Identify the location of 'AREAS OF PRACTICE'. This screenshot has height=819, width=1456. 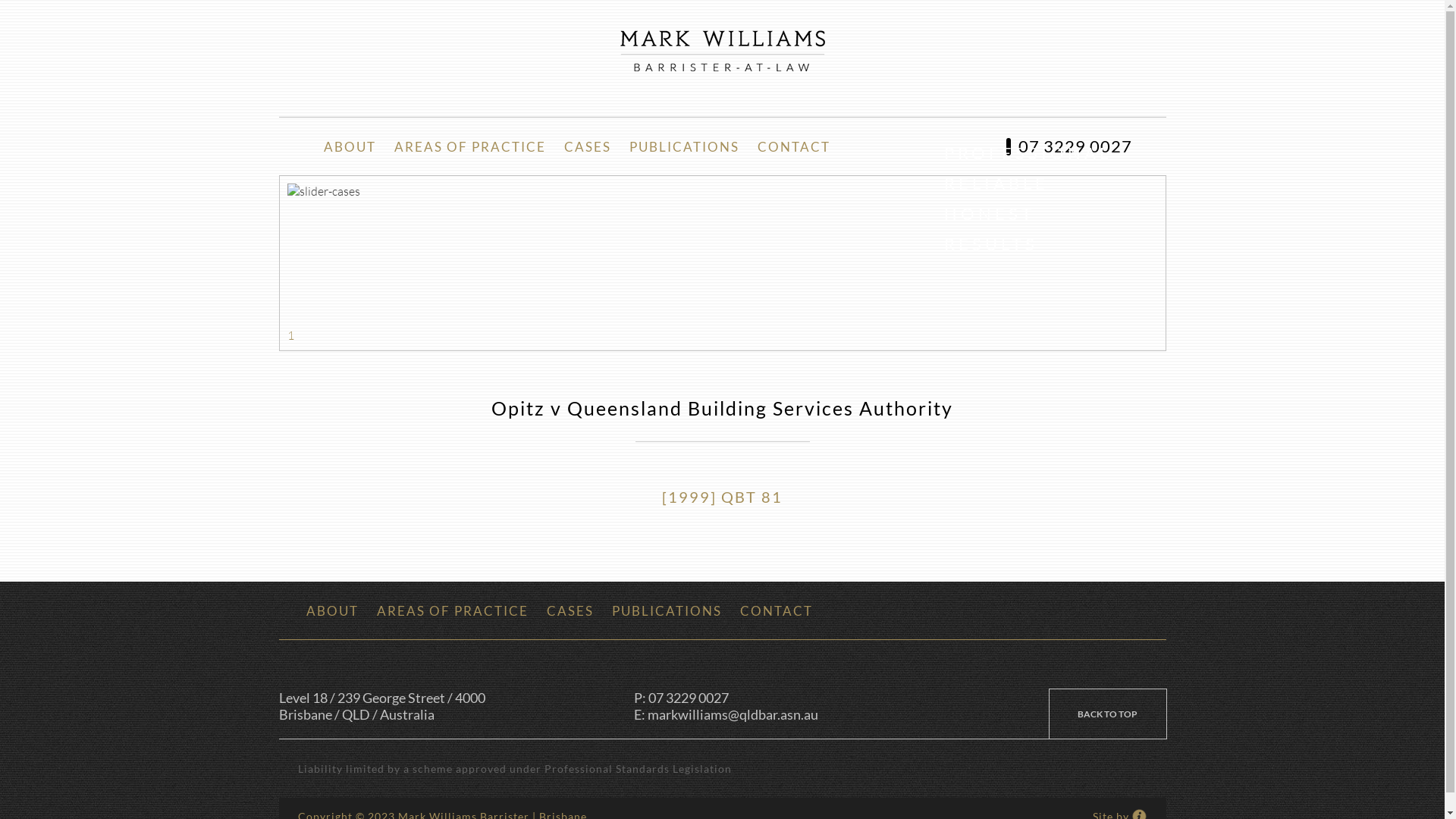
(469, 146).